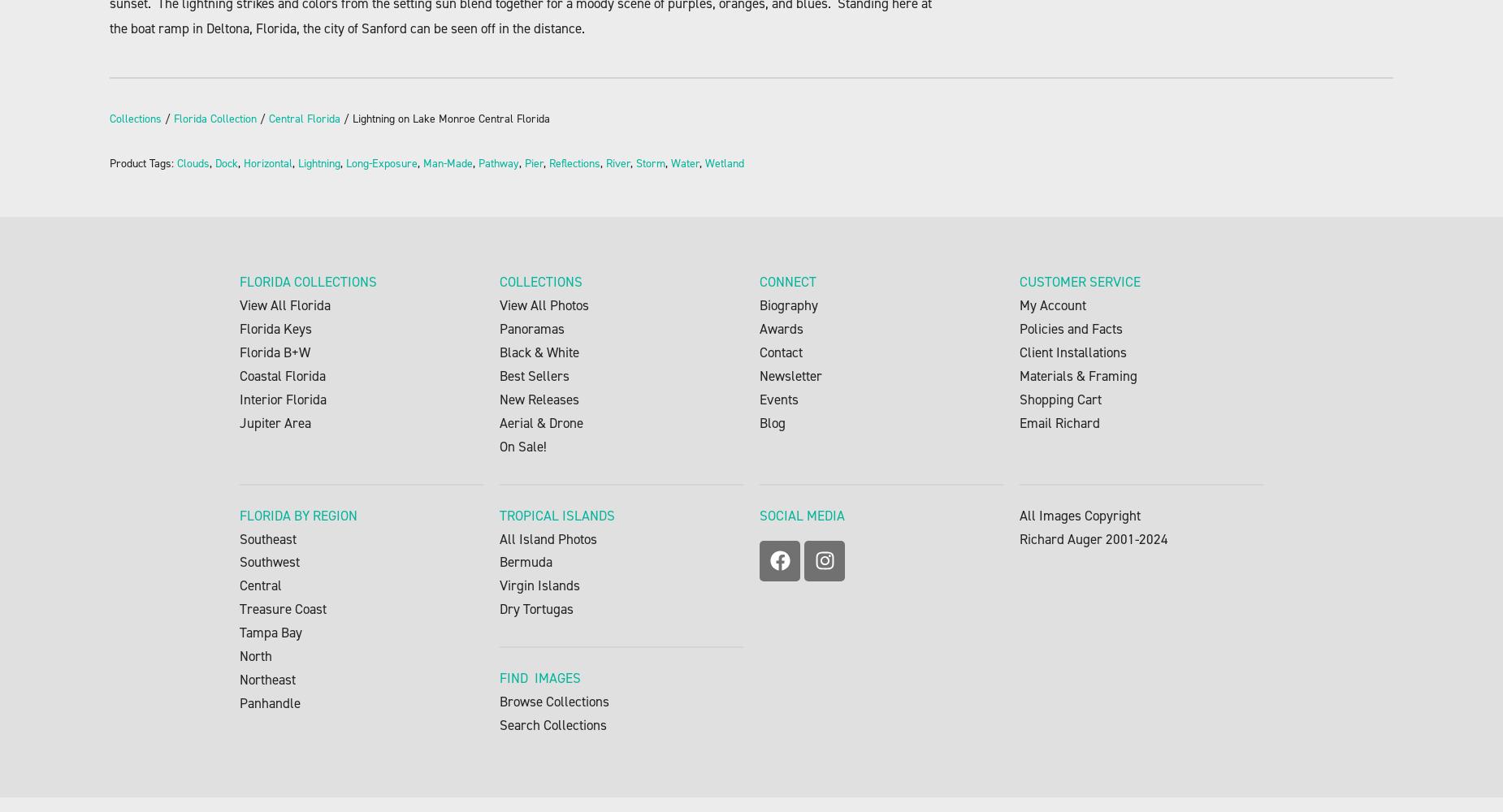  What do you see at coordinates (281, 375) in the screenshot?
I see `'Coastal Florida'` at bounding box center [281, 375].